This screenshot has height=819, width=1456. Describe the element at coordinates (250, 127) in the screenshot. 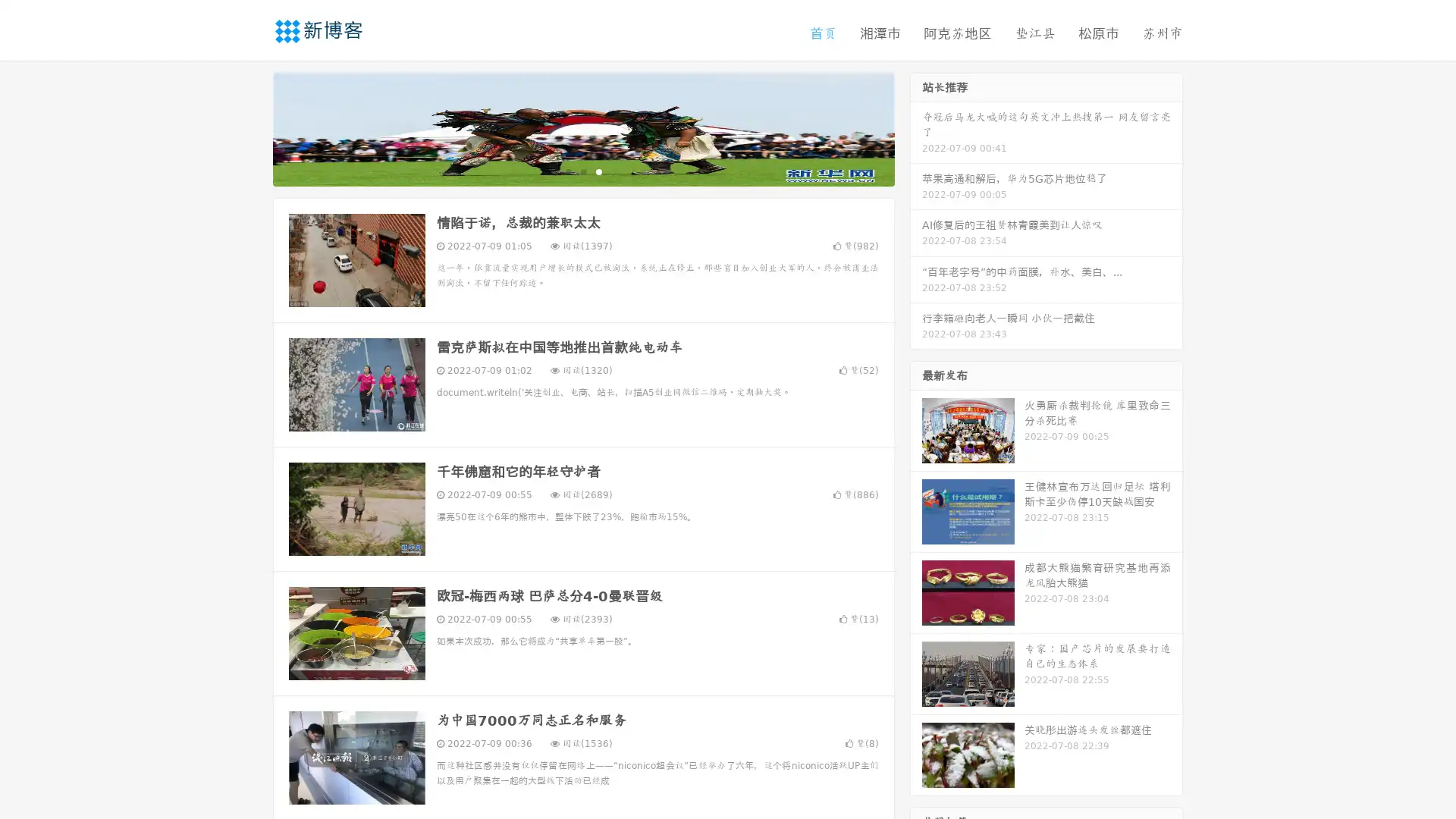

I see `Previous slide` at that location.